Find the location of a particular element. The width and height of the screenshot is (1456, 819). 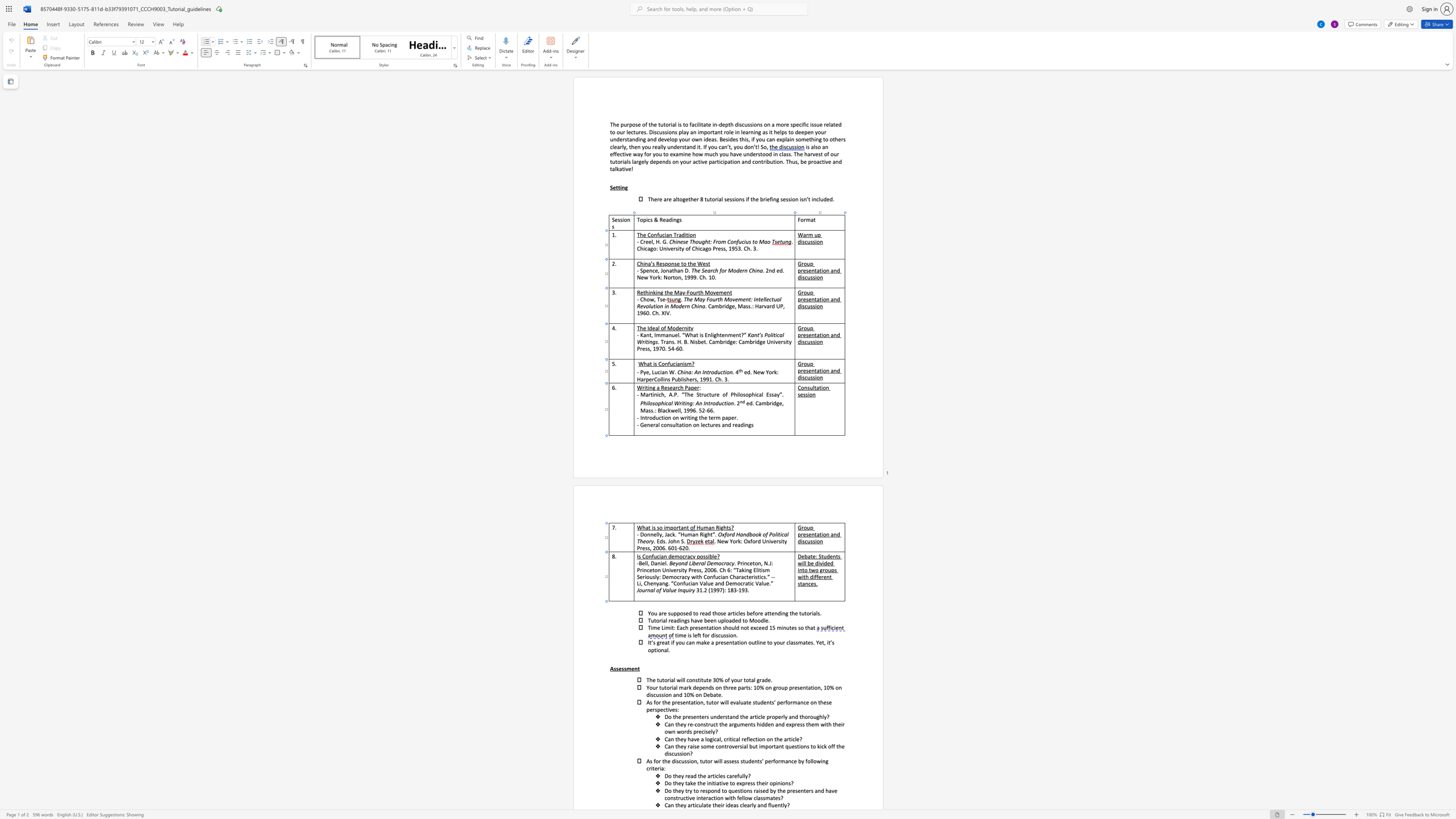

the 1th character "?" in the text is located at coordinates (787, 804).